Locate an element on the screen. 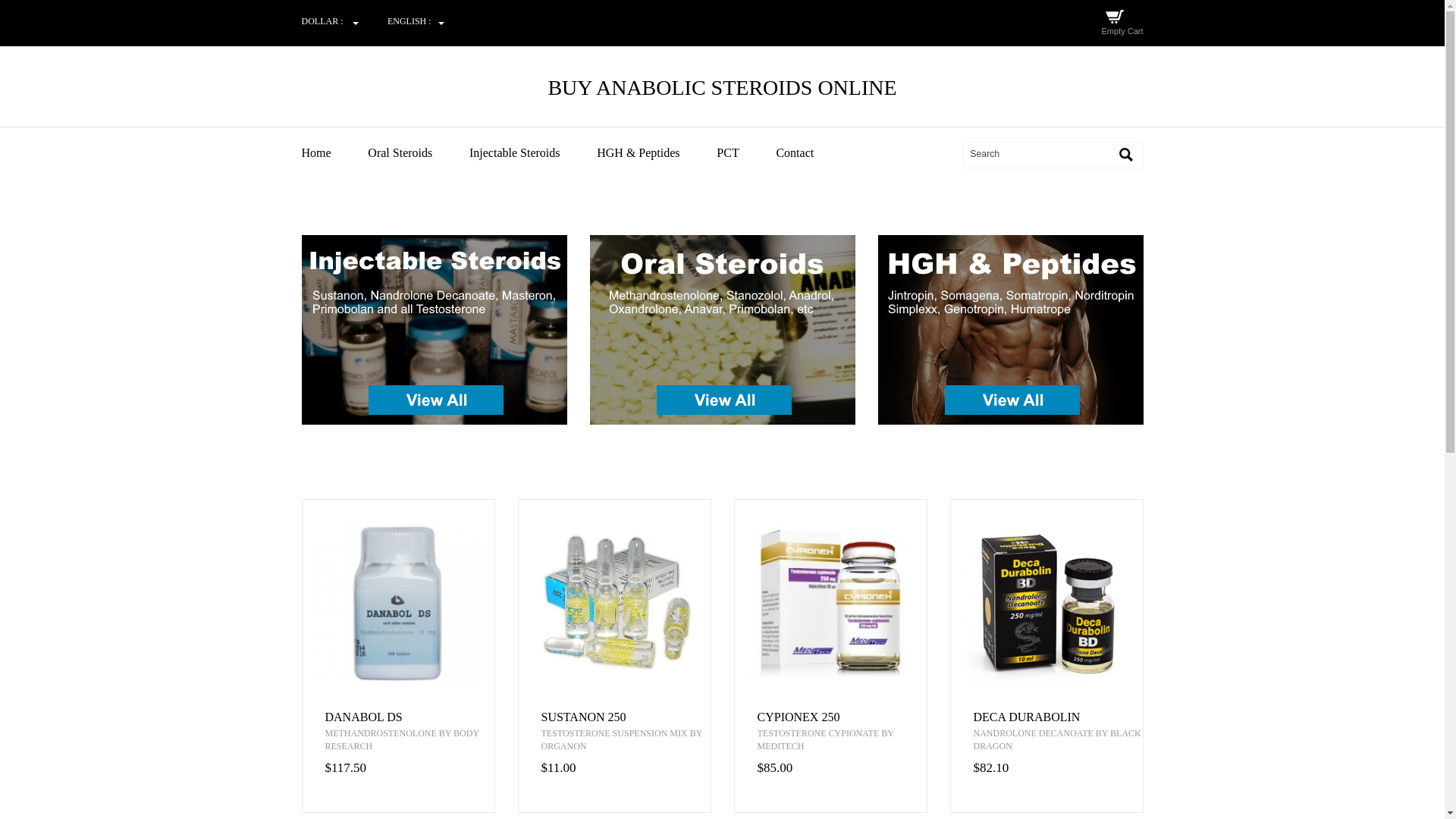  'Contact' is located at coordinates (775, 153).